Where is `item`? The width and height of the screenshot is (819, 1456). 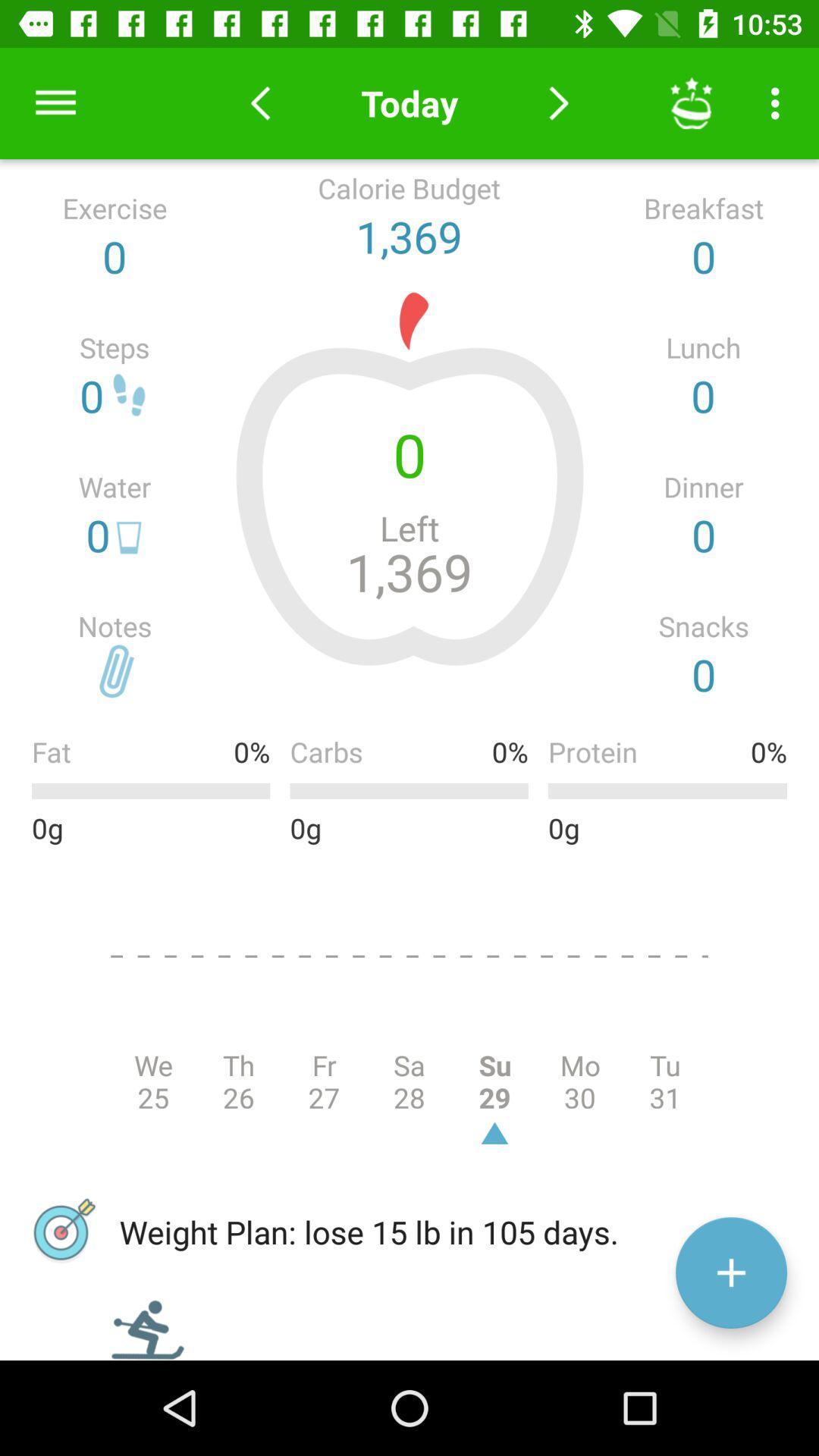 item is located at coordinates (730, 1272).